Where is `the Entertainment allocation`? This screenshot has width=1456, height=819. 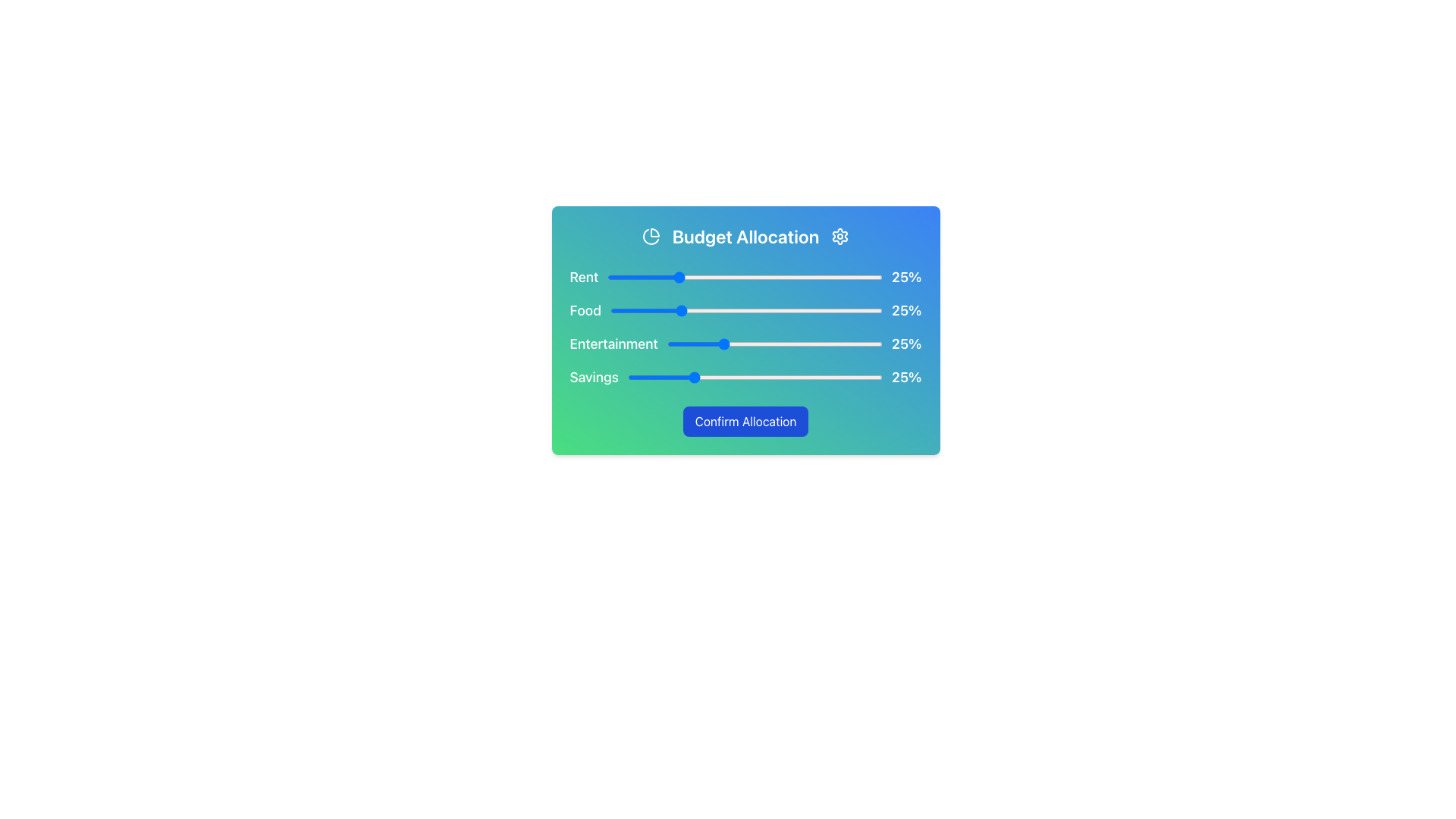 the Entertainment allocation is located at coordinates (698, 344).